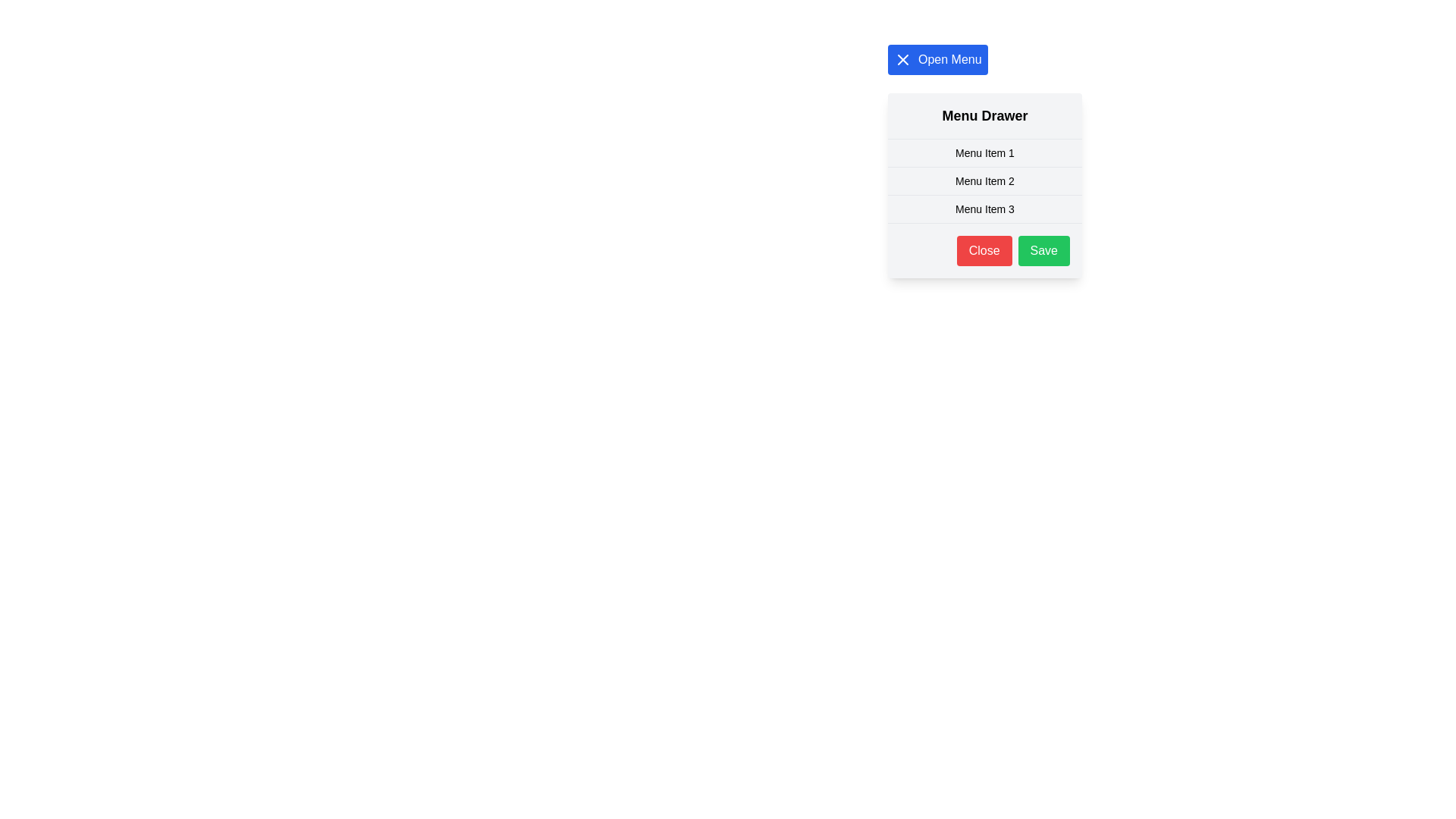 This screenshot has height=819, width=1456. I want to click on the 'Open Menu' button with a blue background and white text located at the top-left corner of the menu interface, so click(937, 58).